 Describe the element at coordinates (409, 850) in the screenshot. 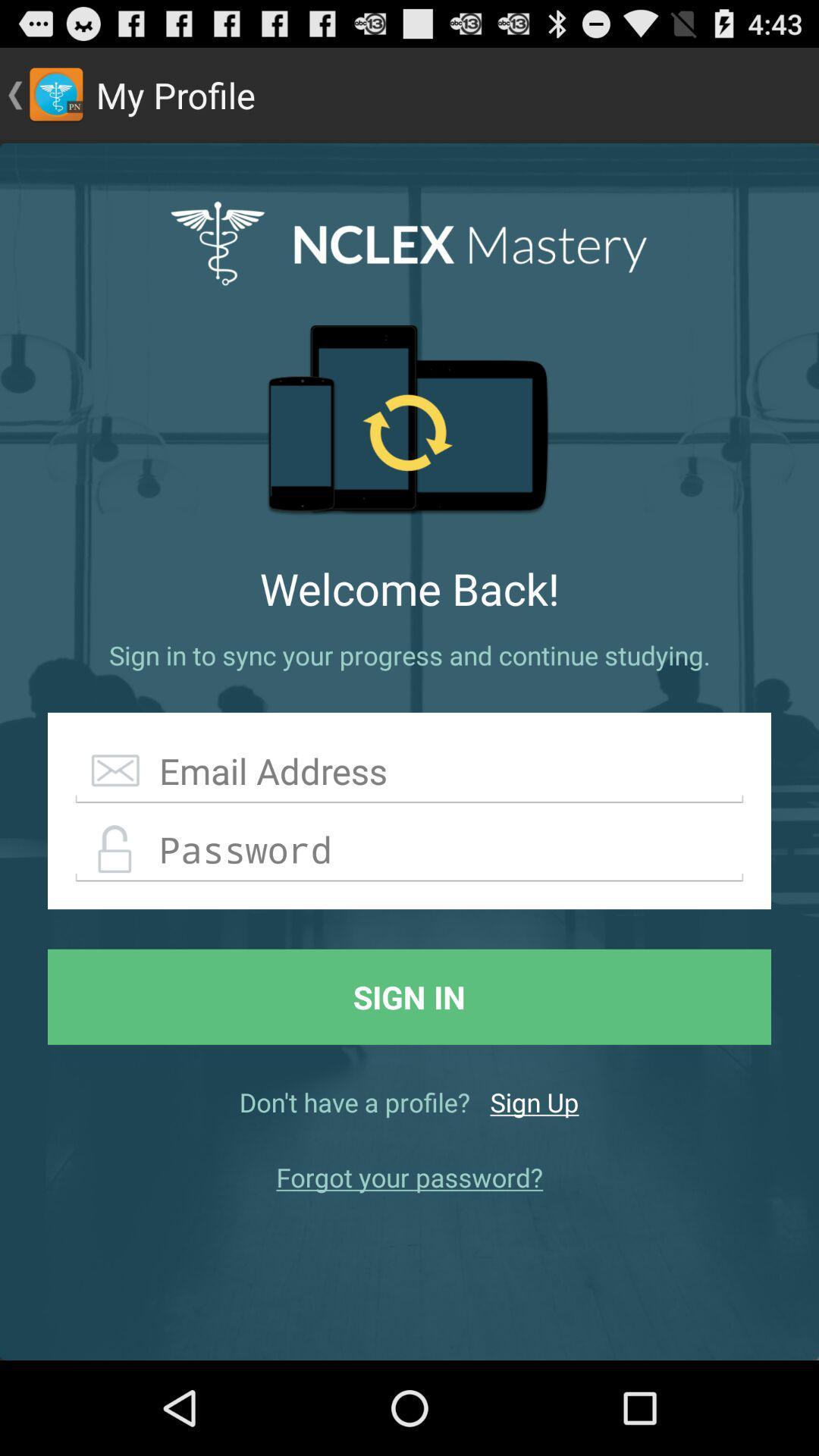

I see `creat password` at that location.